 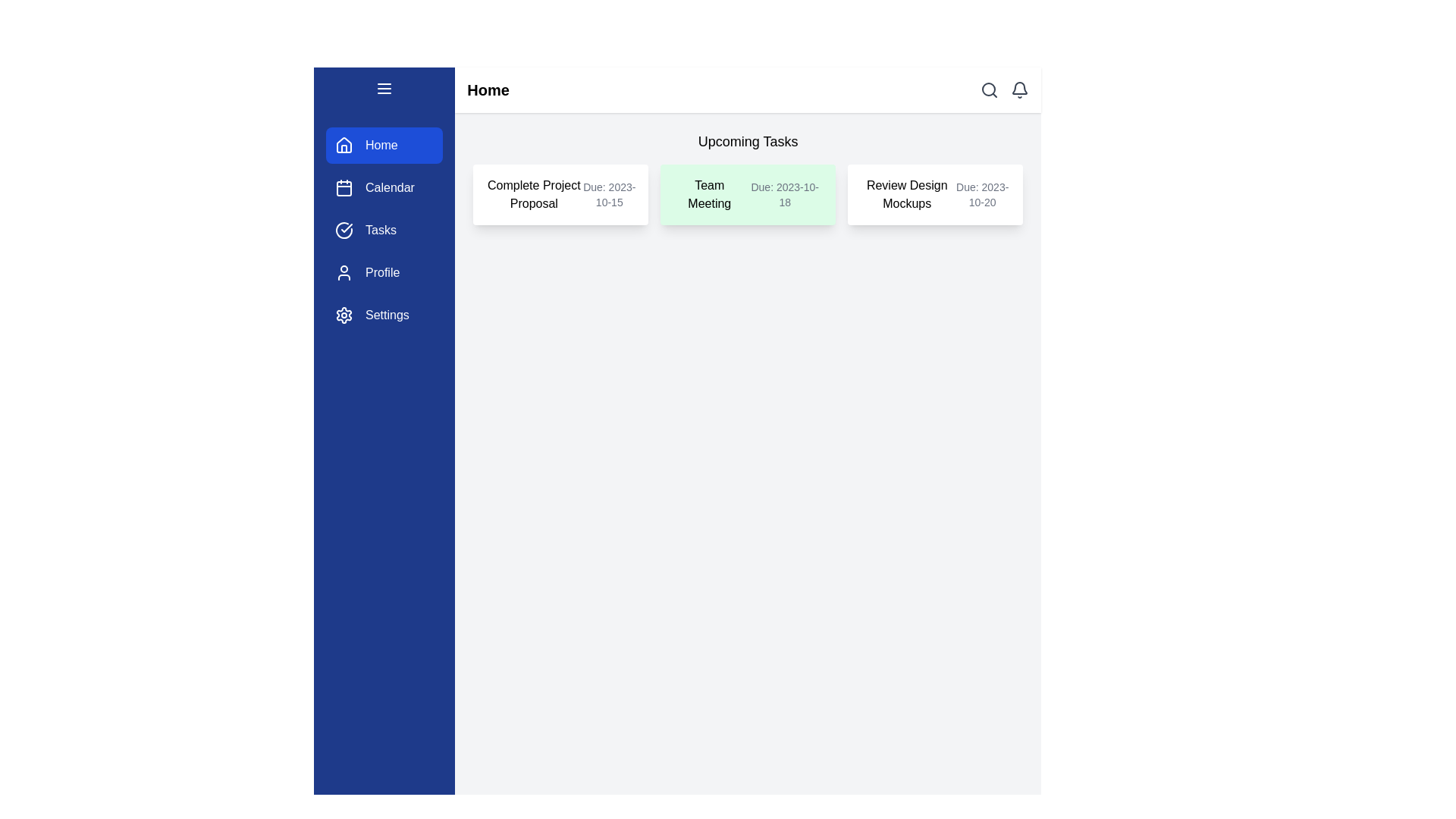 I want to click on the 'Profile' button, so click(x=384, y=271).